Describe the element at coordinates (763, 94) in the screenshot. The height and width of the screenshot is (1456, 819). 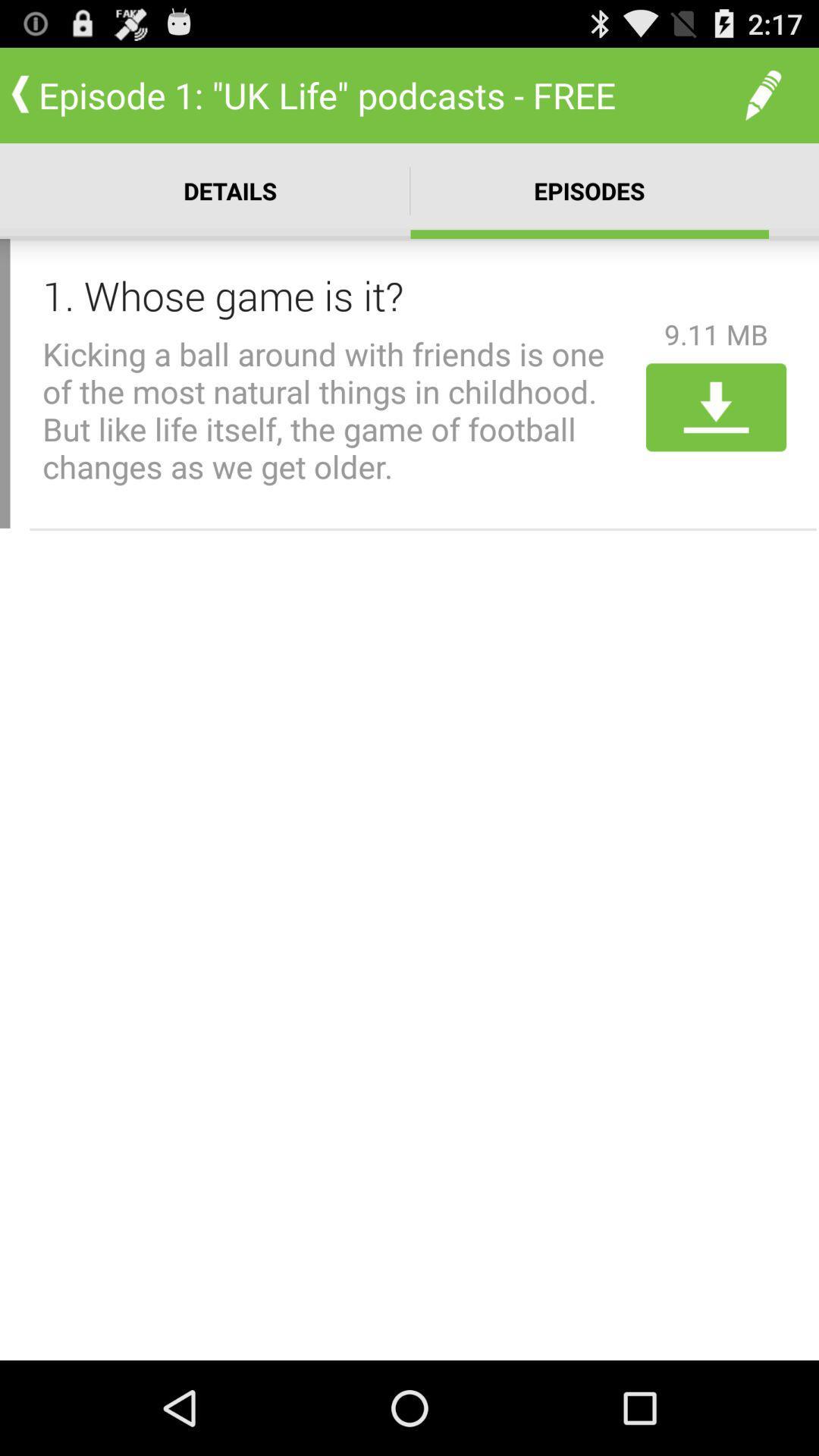
I see `item above the 9.11 mb item` at that location.